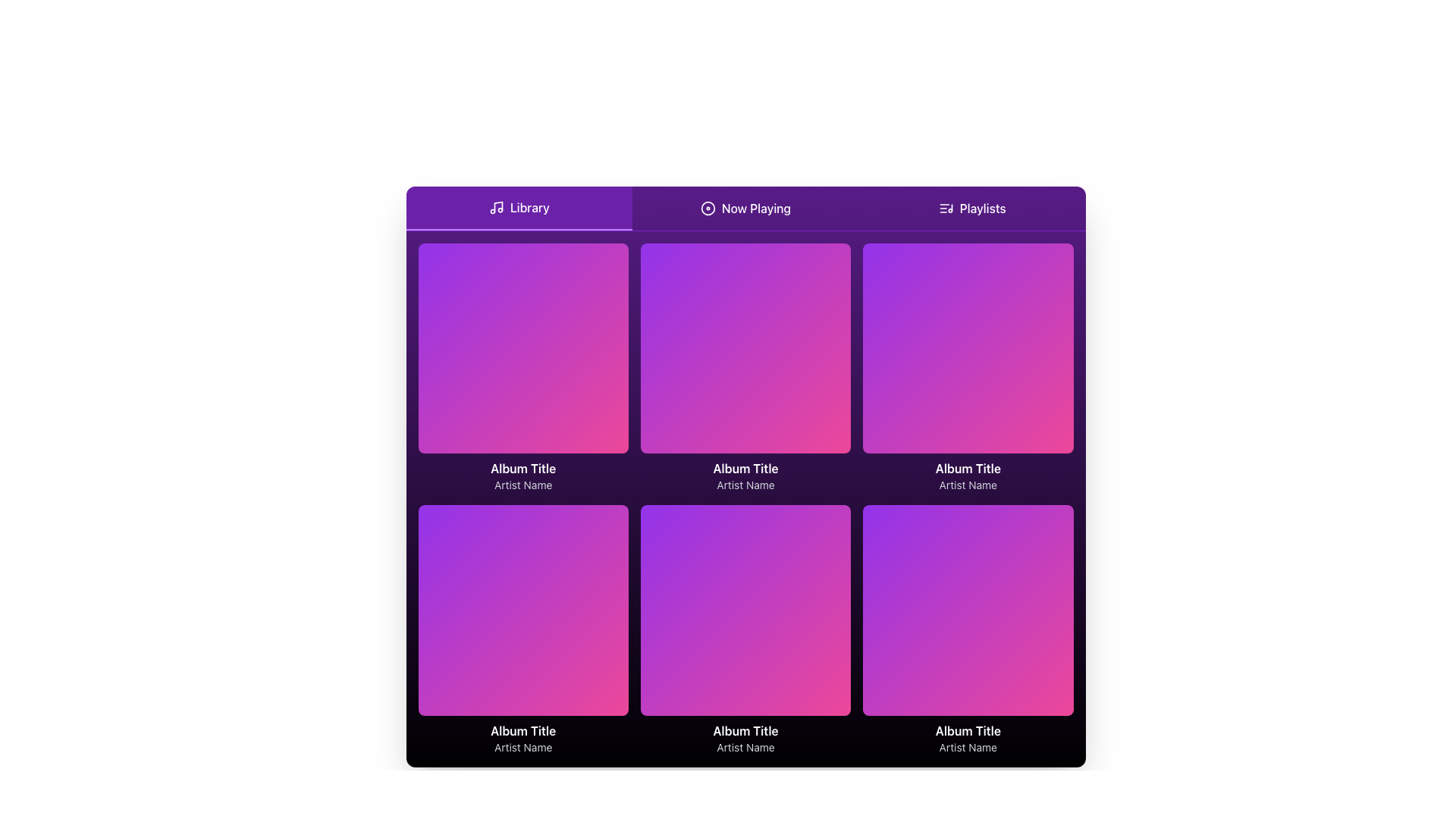  I want to click on the album cover visual representation located in the second row, first column of the album grid, so click(523, 610).